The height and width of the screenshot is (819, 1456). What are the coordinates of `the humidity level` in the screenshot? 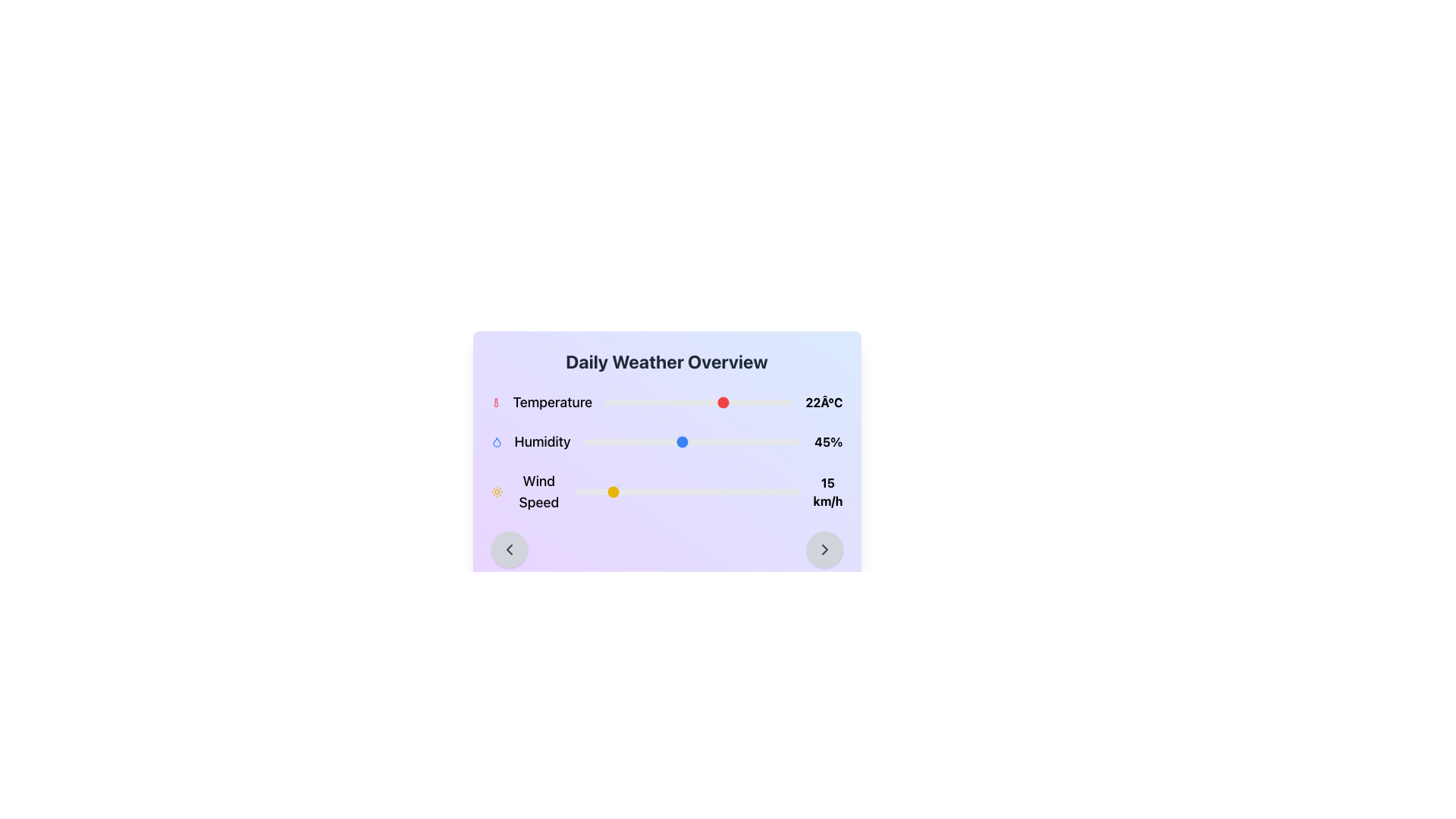 It's located at (689, 441).